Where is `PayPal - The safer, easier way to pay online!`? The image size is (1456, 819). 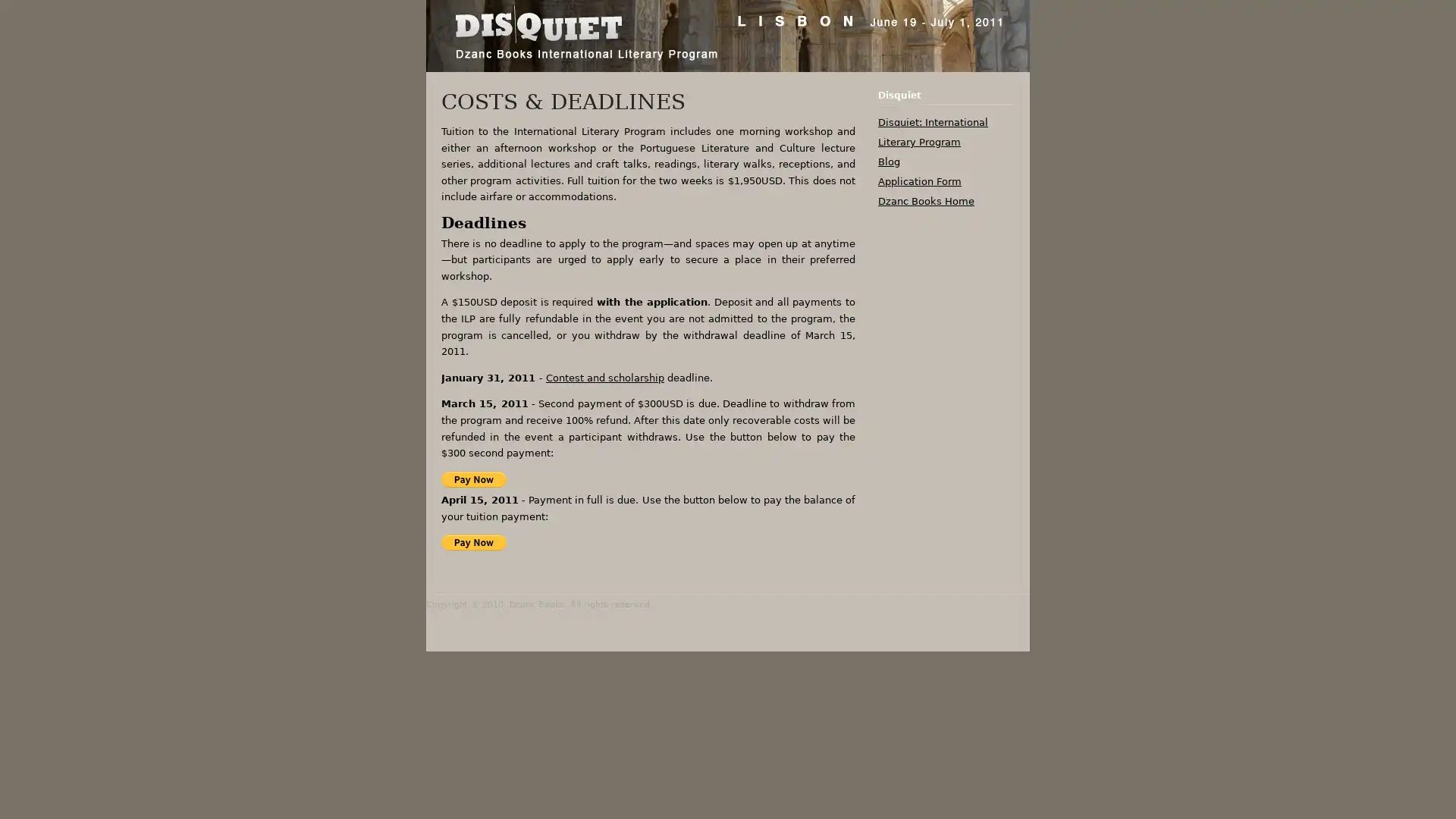
PayPal - The safer, easier way to pay online! is located at coordinates (472, 541).